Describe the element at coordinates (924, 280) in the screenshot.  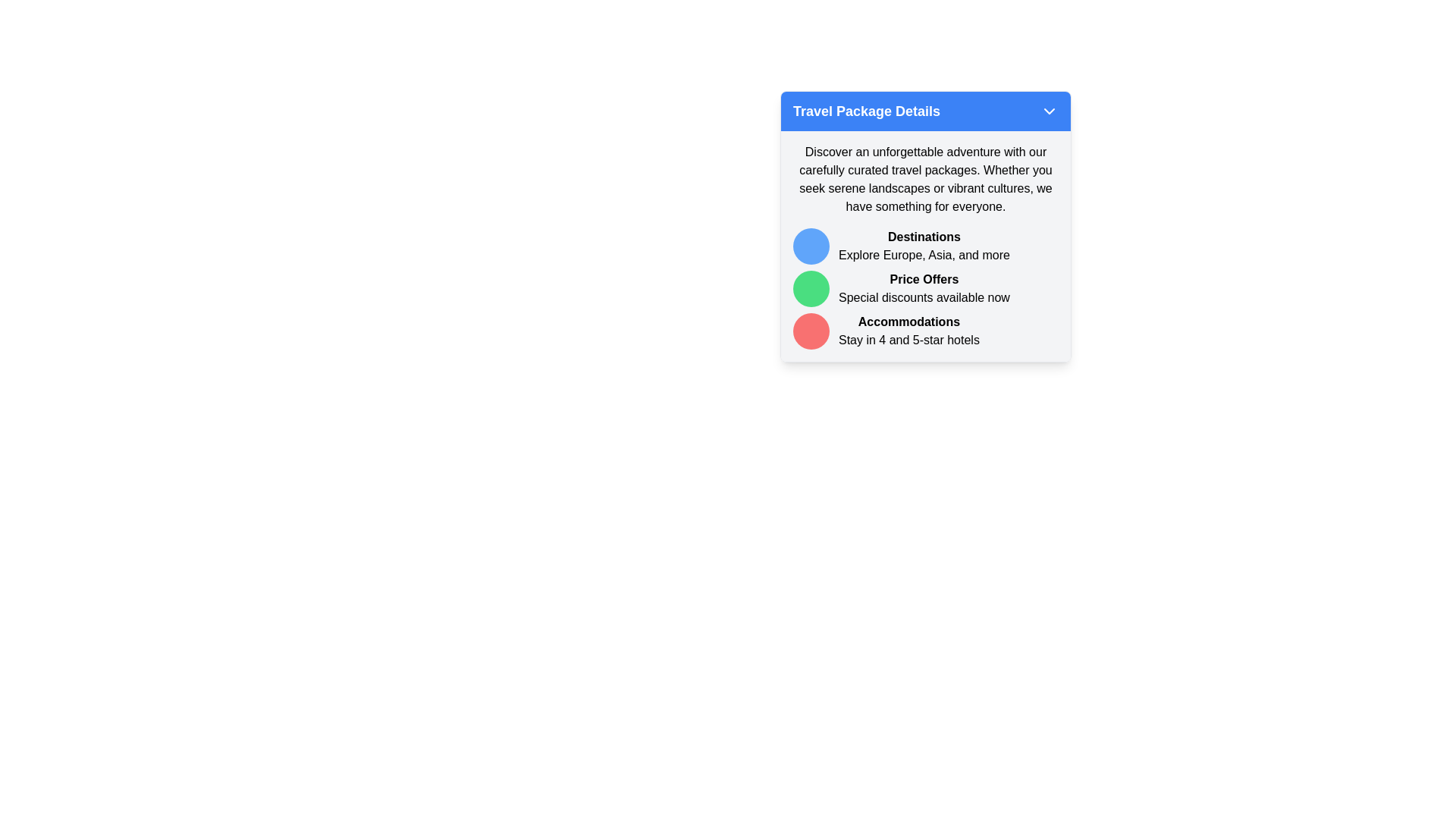
I see `the bolded text label element reading 'Price Offers' that is positioned within the 'Travel Package Details' section, located between 'Destinations' and 'Accommodations'` at that location.